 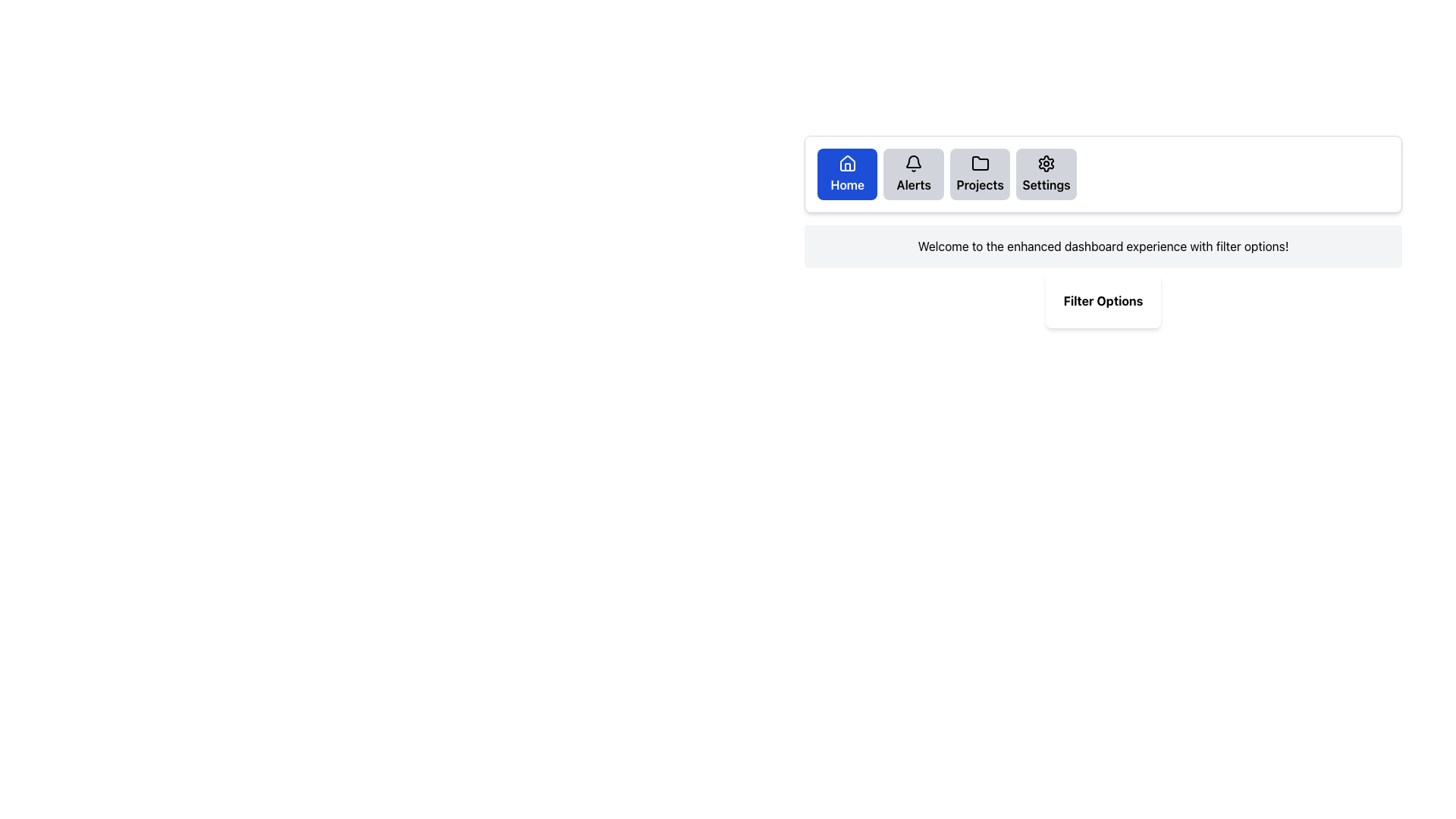 What do you see at coordinates (913, 164) in the screenshot?
I see `the bell icon, which is an outlined vector graphic styled in black with rounded edges, located within the 'Alerts' button at the top-right section of the interface` at bounding box center [913, 164].